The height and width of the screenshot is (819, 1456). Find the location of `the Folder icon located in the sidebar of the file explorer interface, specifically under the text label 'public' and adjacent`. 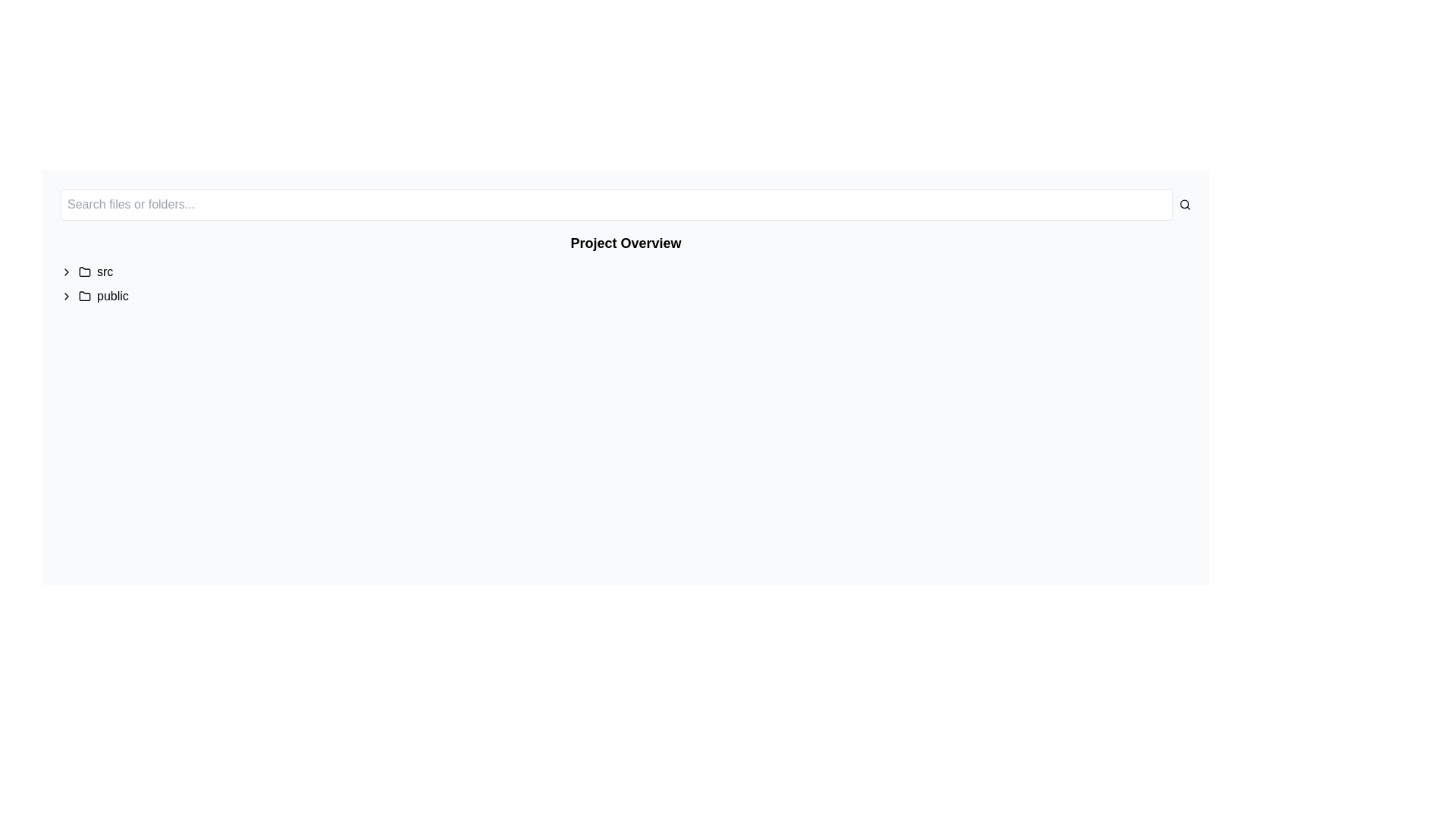

the Folder icon located in the sidebar of the file explorer interface, specifically under the text label 'public' and adjacent is located at coordinates (83, 295).